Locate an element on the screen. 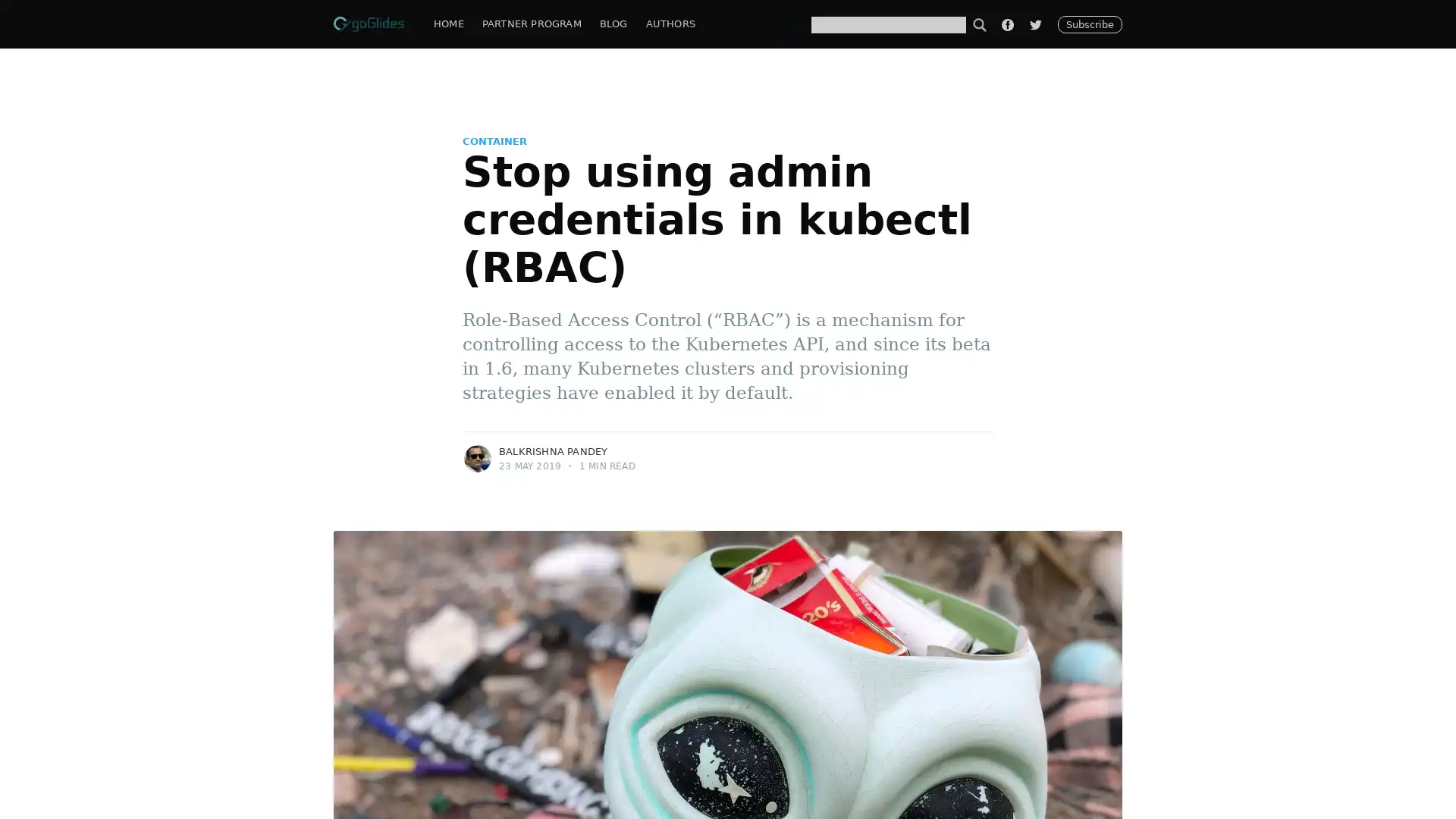 This screenshot has width=1456, height=819. Subscribe is located at coordinates (881, 452).